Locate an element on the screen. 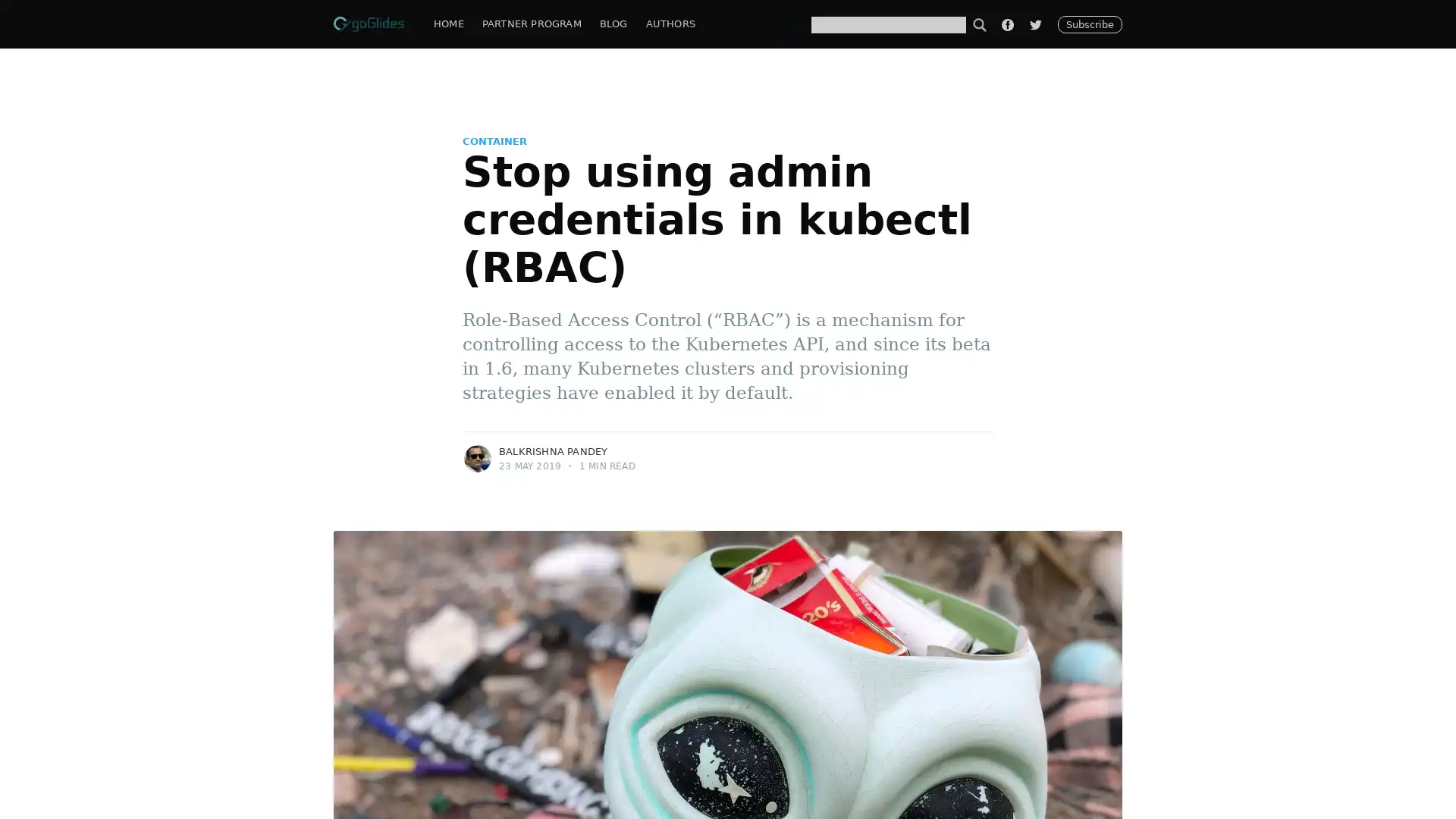 This screenshot has width=1456, height=819. Subscribe is located at coordinates (881, 452).